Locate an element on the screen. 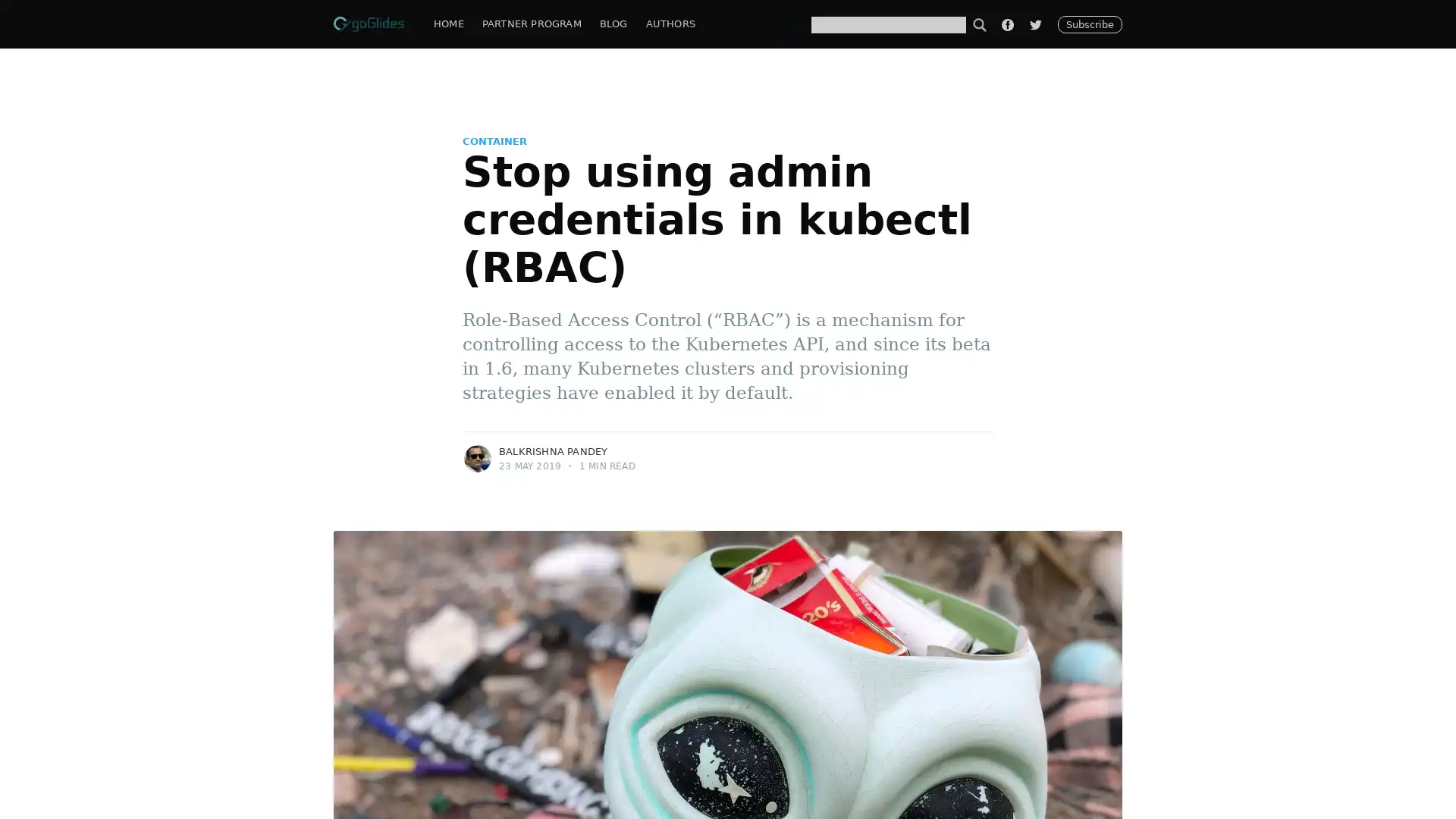 This screenshot has width=1456, height=819. Subscribe is located at coordinates (881, 452).